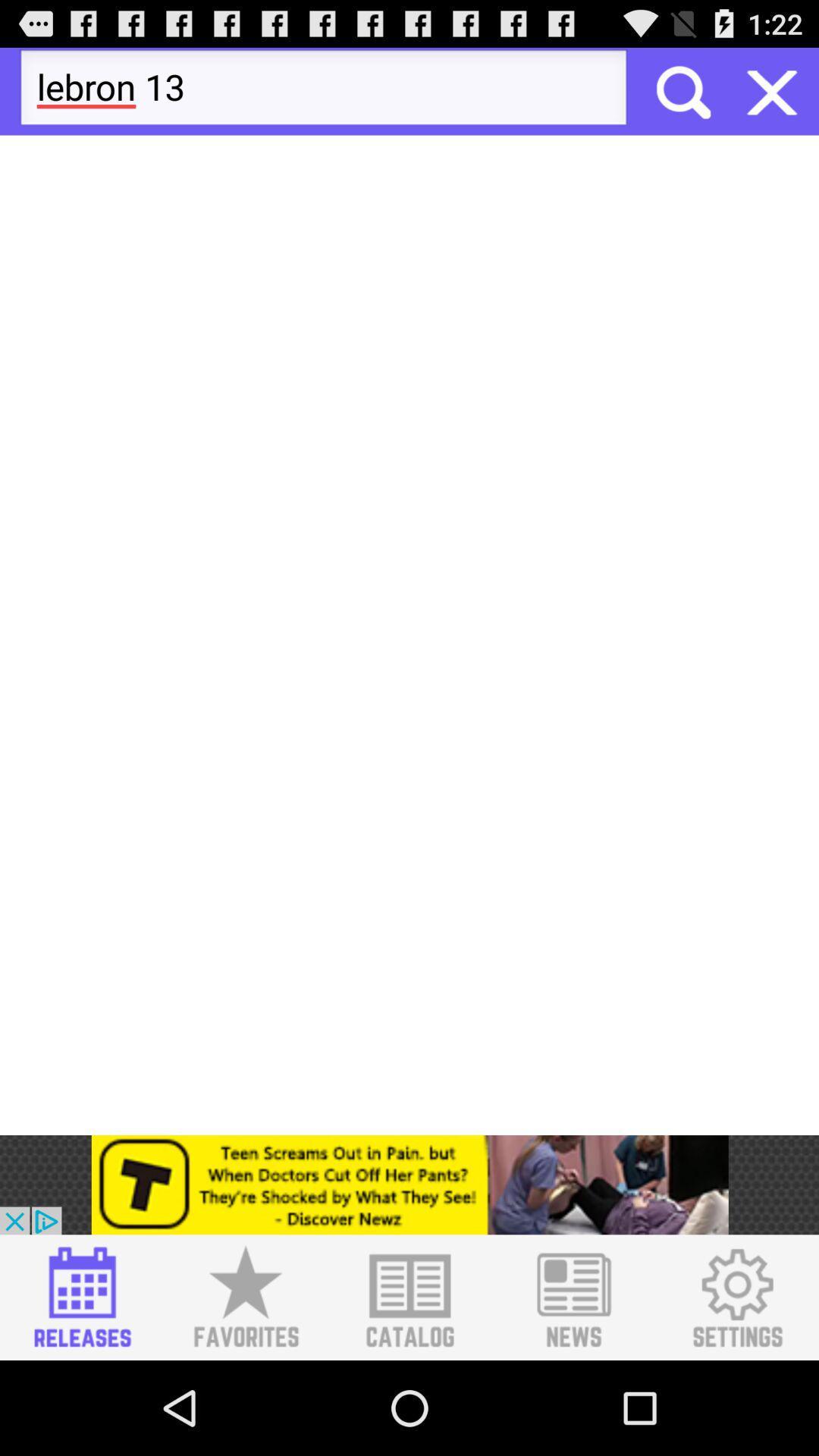  Describe the element at coordinates (772, 97) in the screenshot. I see `the close icon` at that location.